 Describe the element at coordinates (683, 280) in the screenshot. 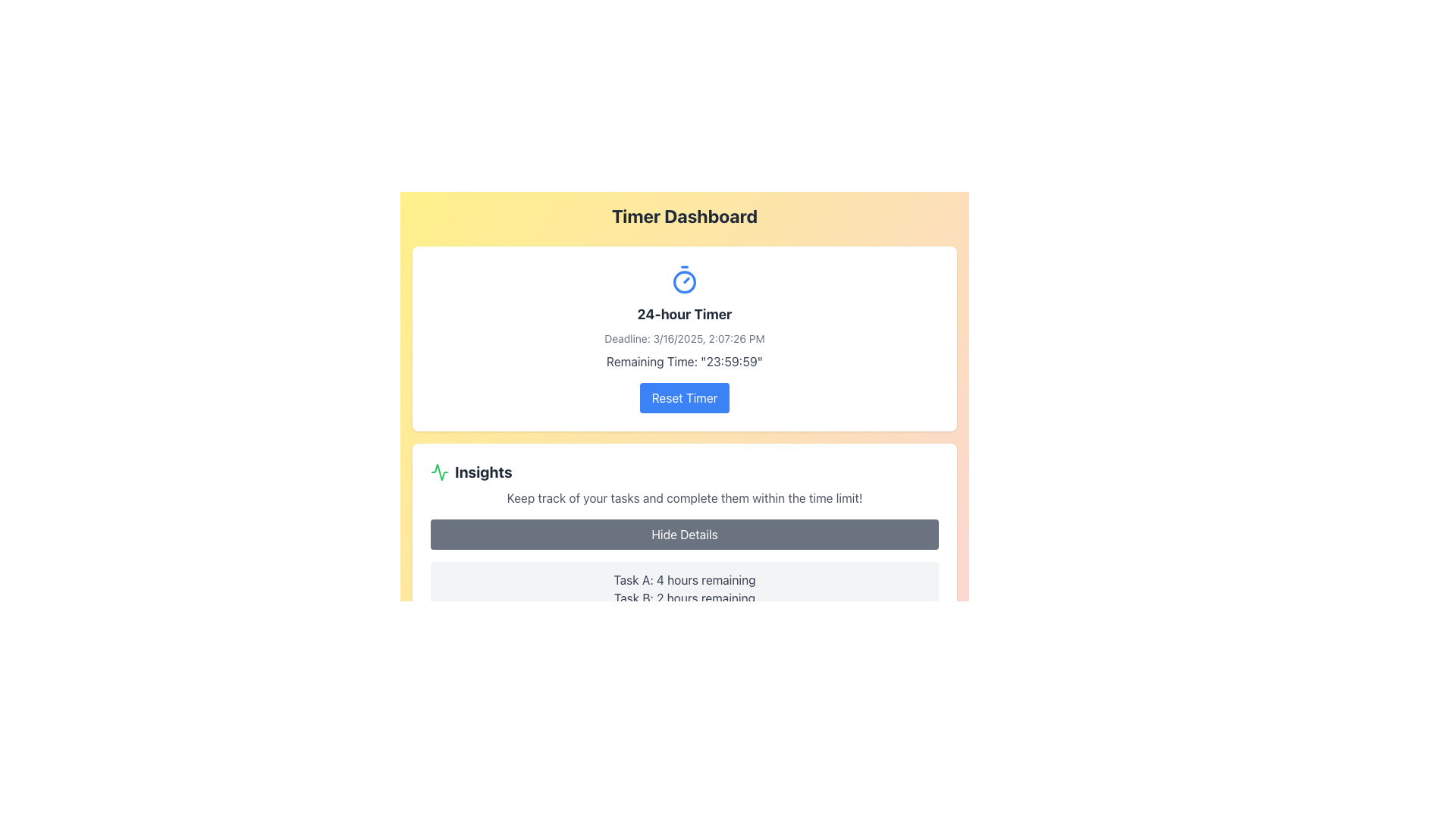

I see `the timer icon located above the text '24-hour Timer', which visually represents the timer functionality` at that location.